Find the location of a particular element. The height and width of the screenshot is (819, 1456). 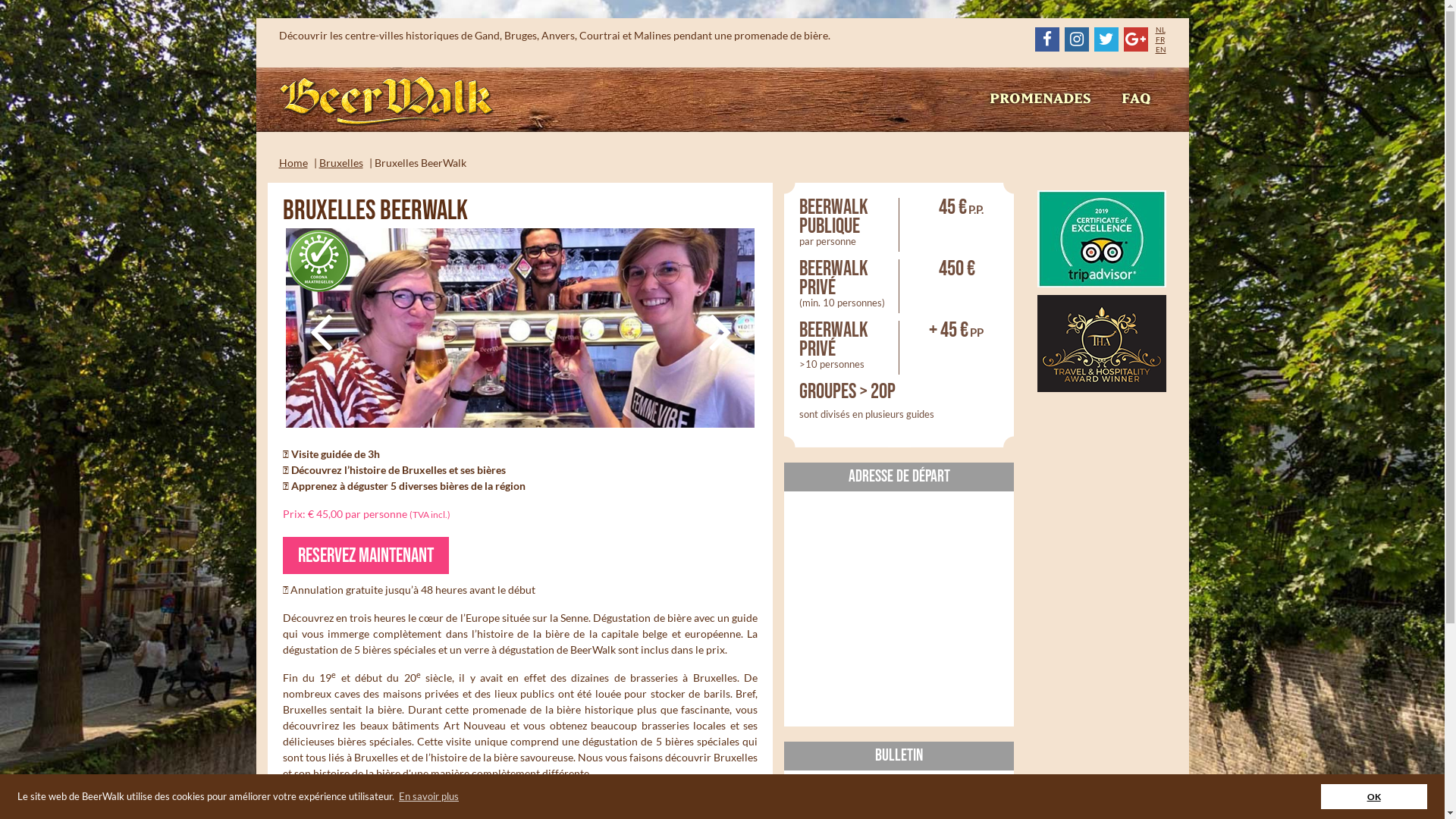

'OK' is located at coordinates (1374, 795).